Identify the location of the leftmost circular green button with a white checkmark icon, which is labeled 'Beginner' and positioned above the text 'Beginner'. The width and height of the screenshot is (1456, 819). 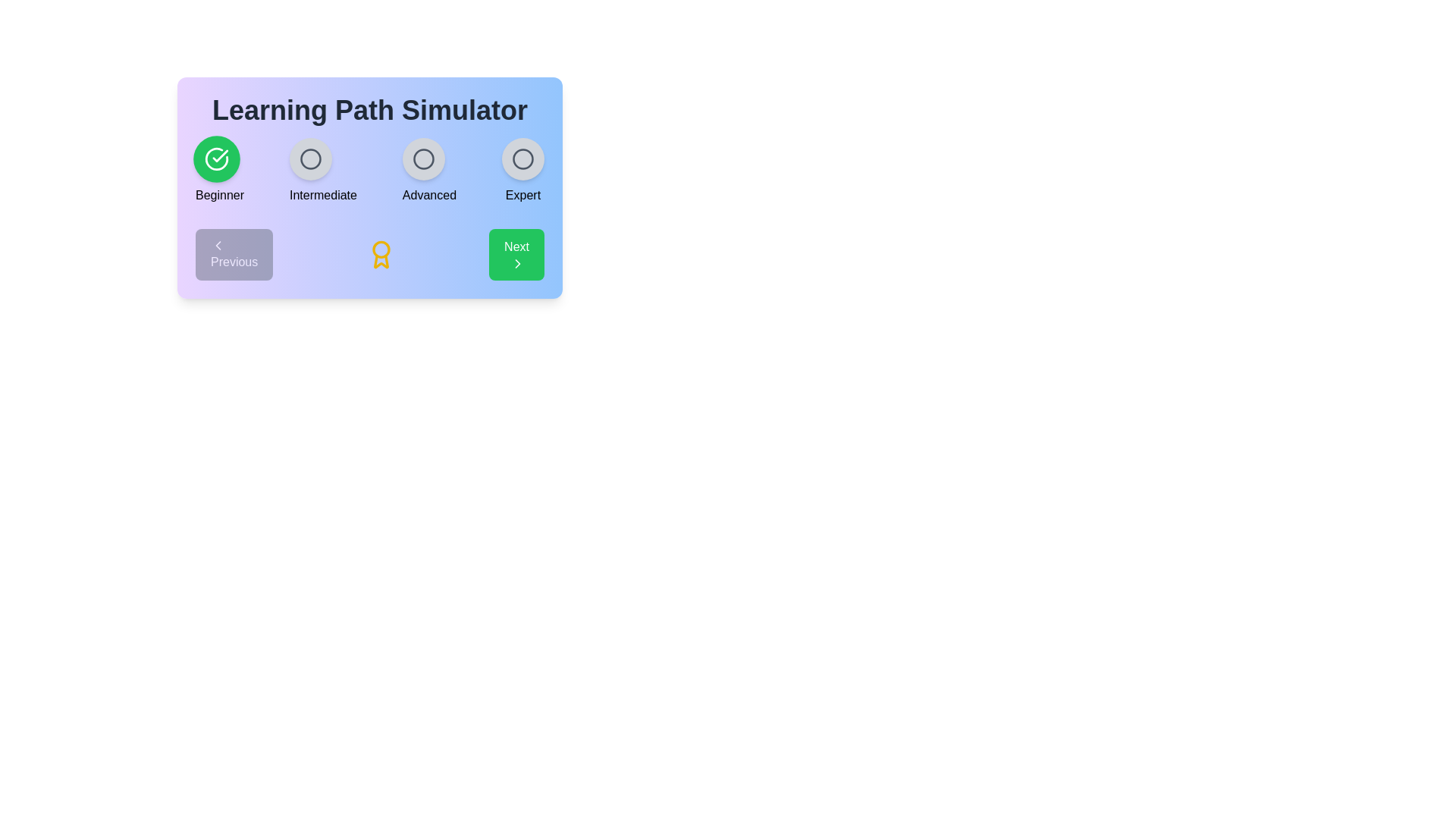
(216, 158).